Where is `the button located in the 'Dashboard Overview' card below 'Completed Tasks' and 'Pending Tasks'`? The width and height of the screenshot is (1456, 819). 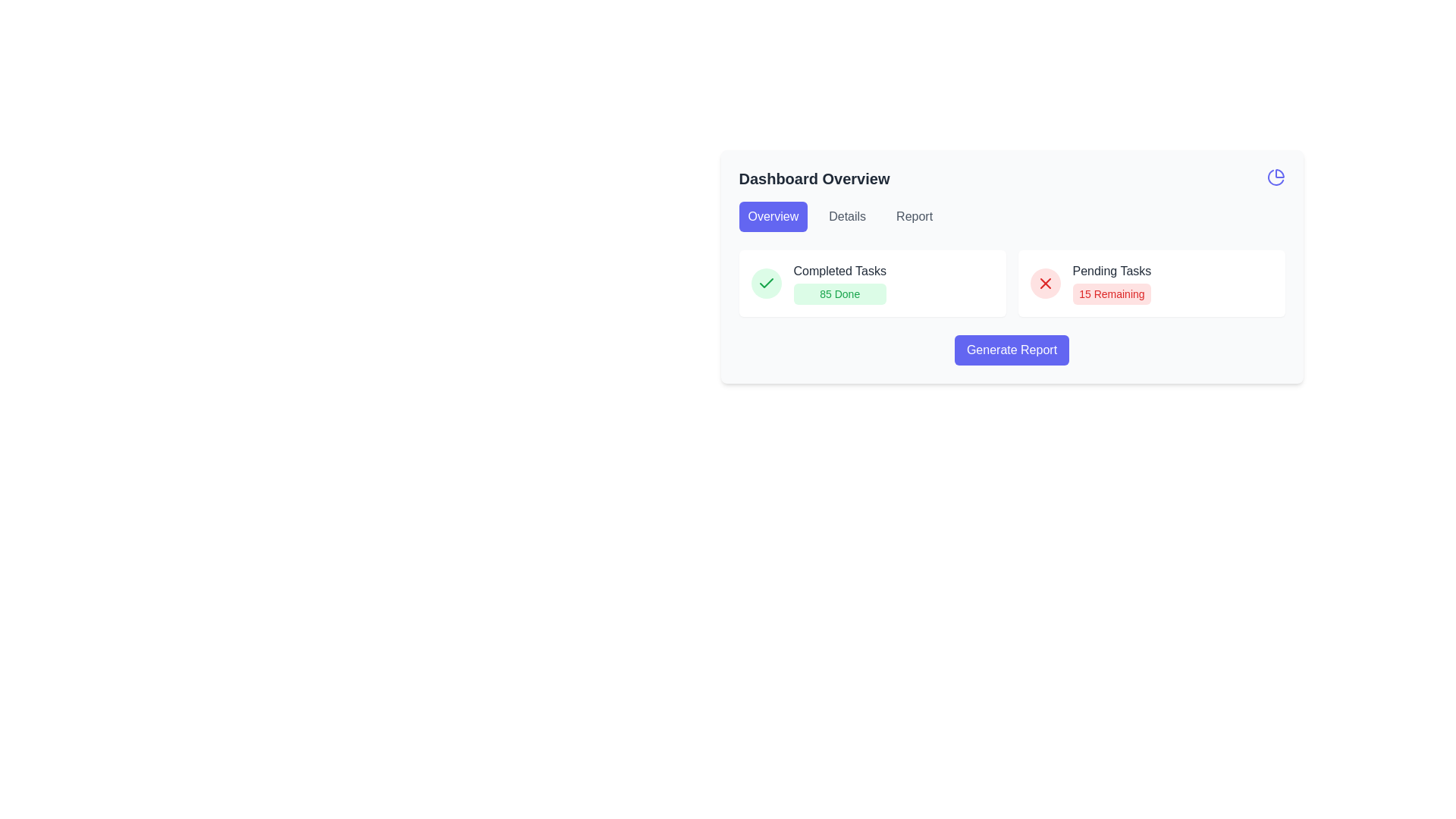
the button located in the 'Dashboard Overview' card below 'Completed Tasks' and 'Pending Tasks' is located at coordinates (1012, 350).